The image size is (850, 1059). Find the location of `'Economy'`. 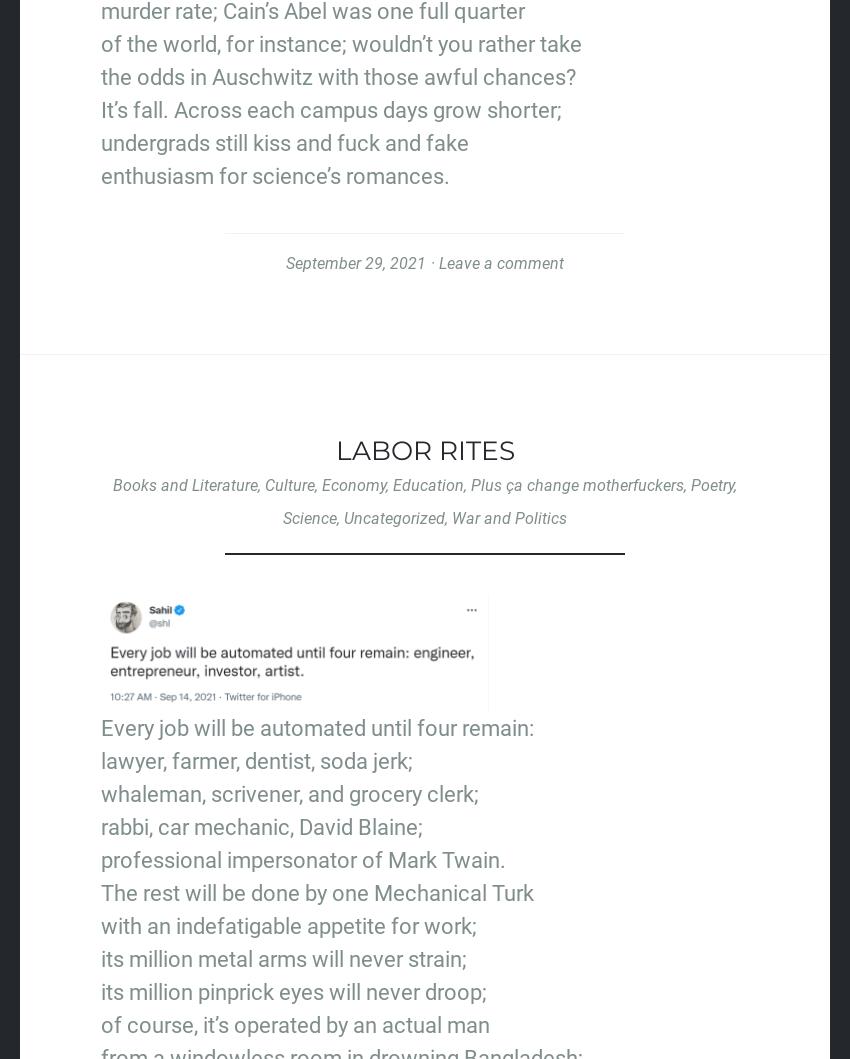

'Economy' is located at coordinates (353, 485).